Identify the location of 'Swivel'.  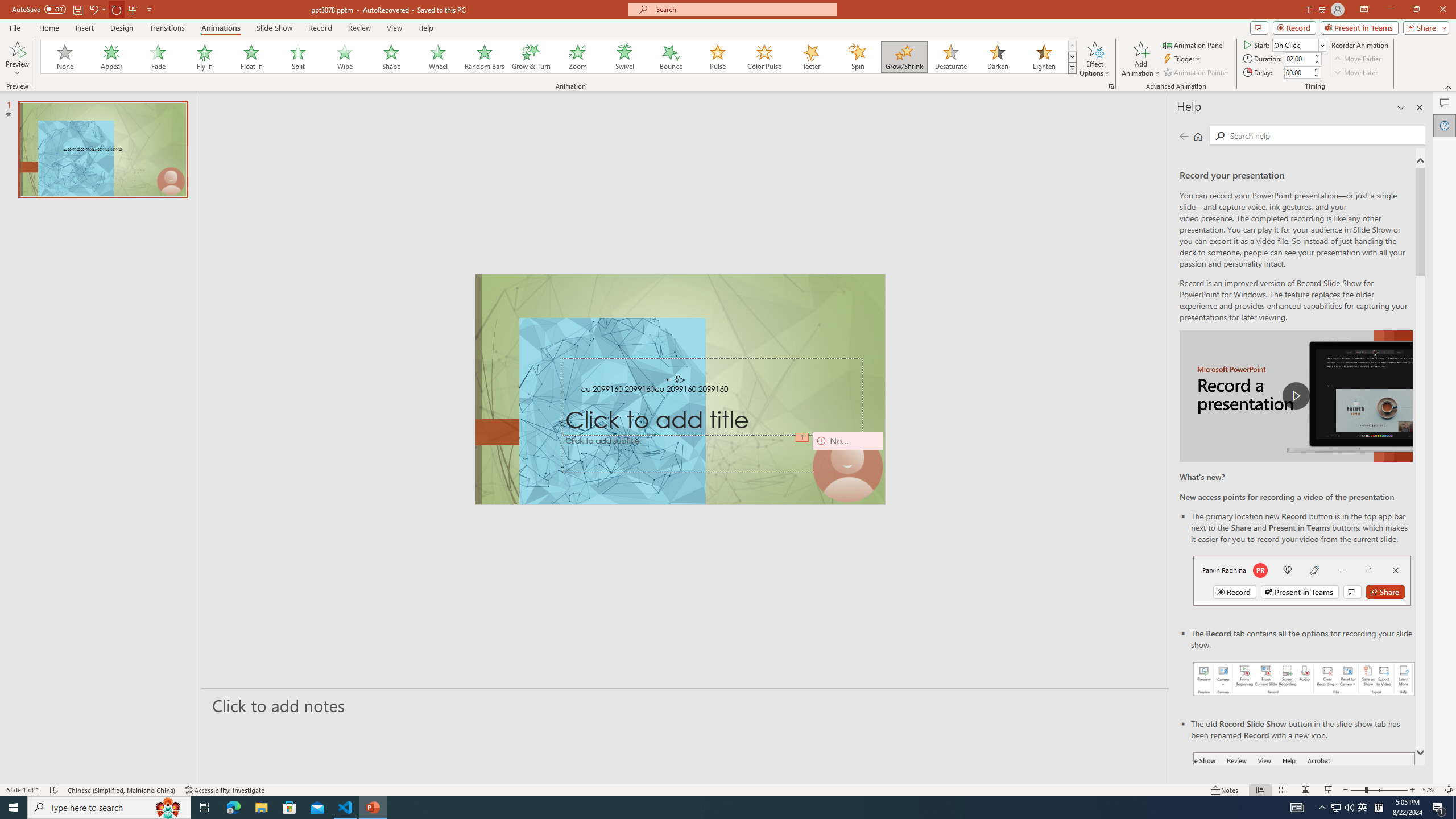
(624, 56).